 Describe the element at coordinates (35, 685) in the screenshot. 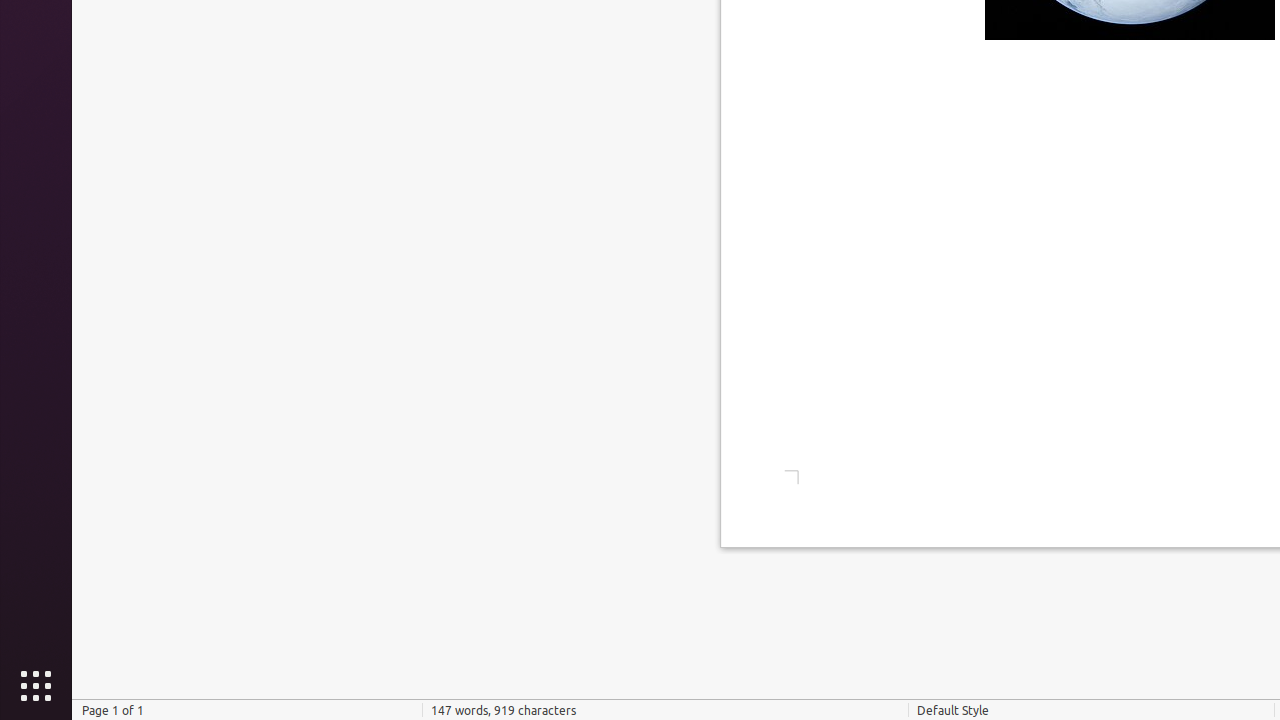

I see `'Show Applications'` at that location.